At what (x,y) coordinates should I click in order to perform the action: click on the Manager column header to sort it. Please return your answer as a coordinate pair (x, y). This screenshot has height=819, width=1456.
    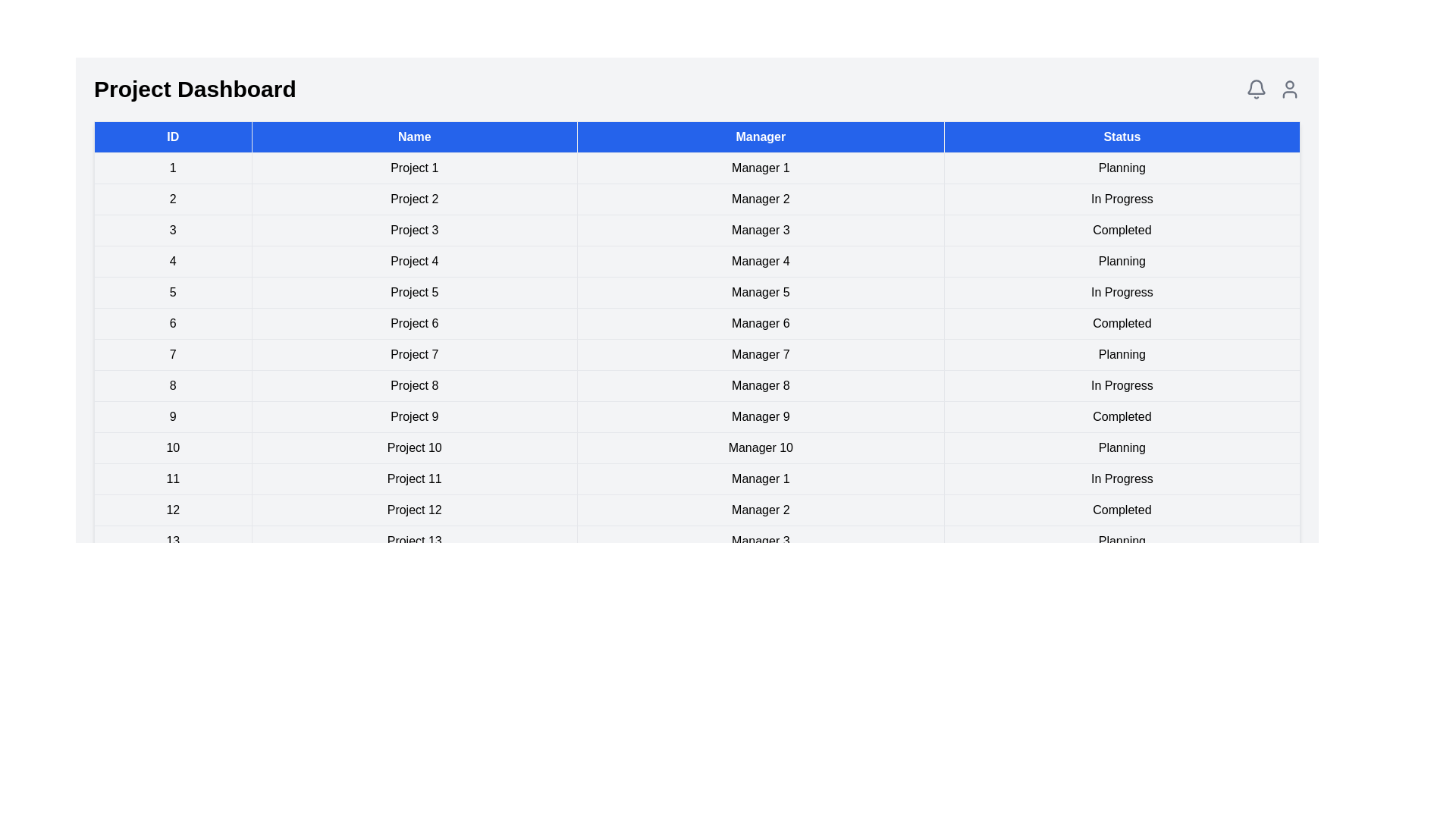
    Looking at the image, I should click on (761, 137).